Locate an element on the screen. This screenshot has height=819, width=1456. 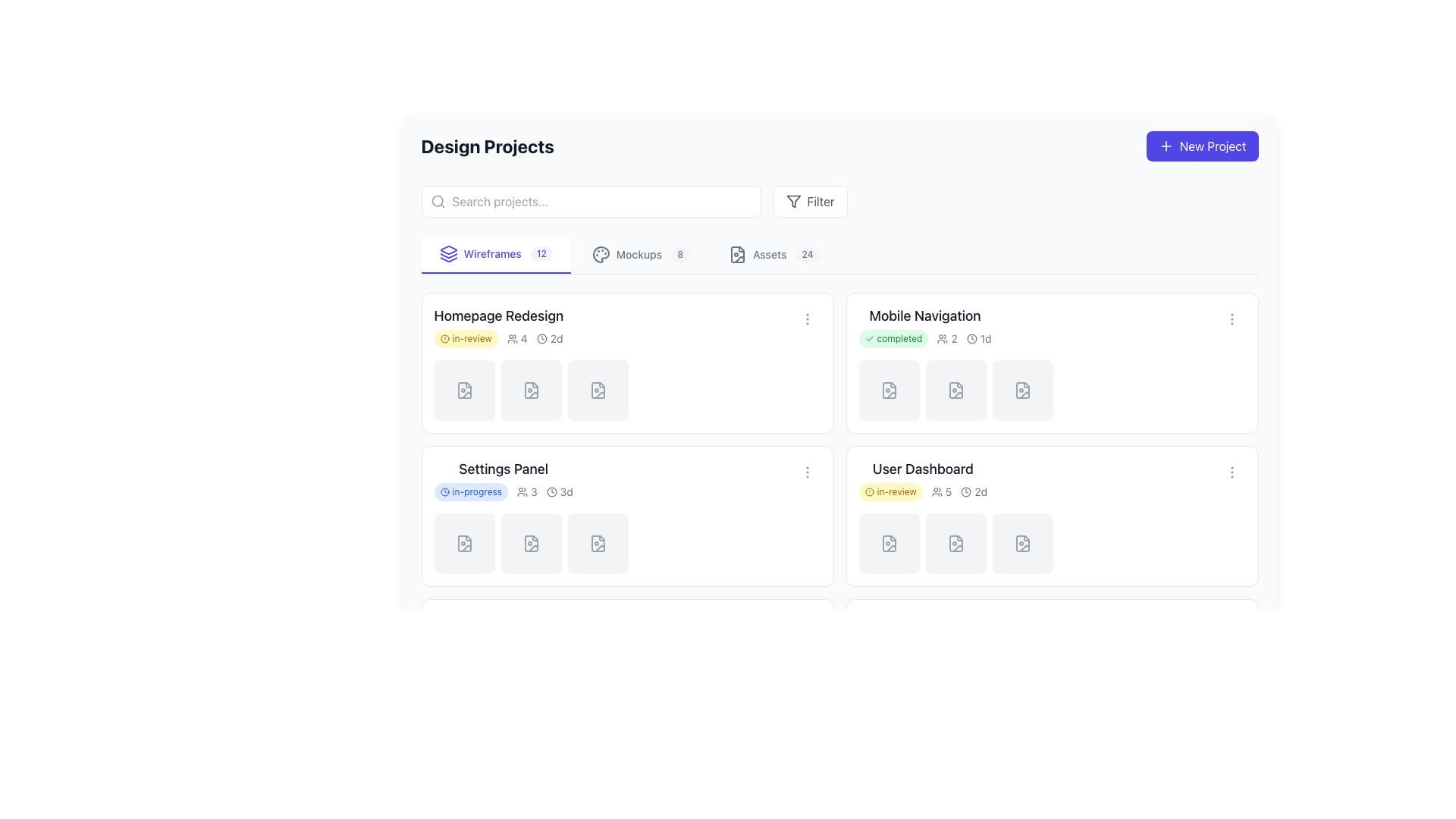
the leftmost interactive navigation item in the menu to filter the displayed content to 'Wireframes' is located at coordinates (496, 253).